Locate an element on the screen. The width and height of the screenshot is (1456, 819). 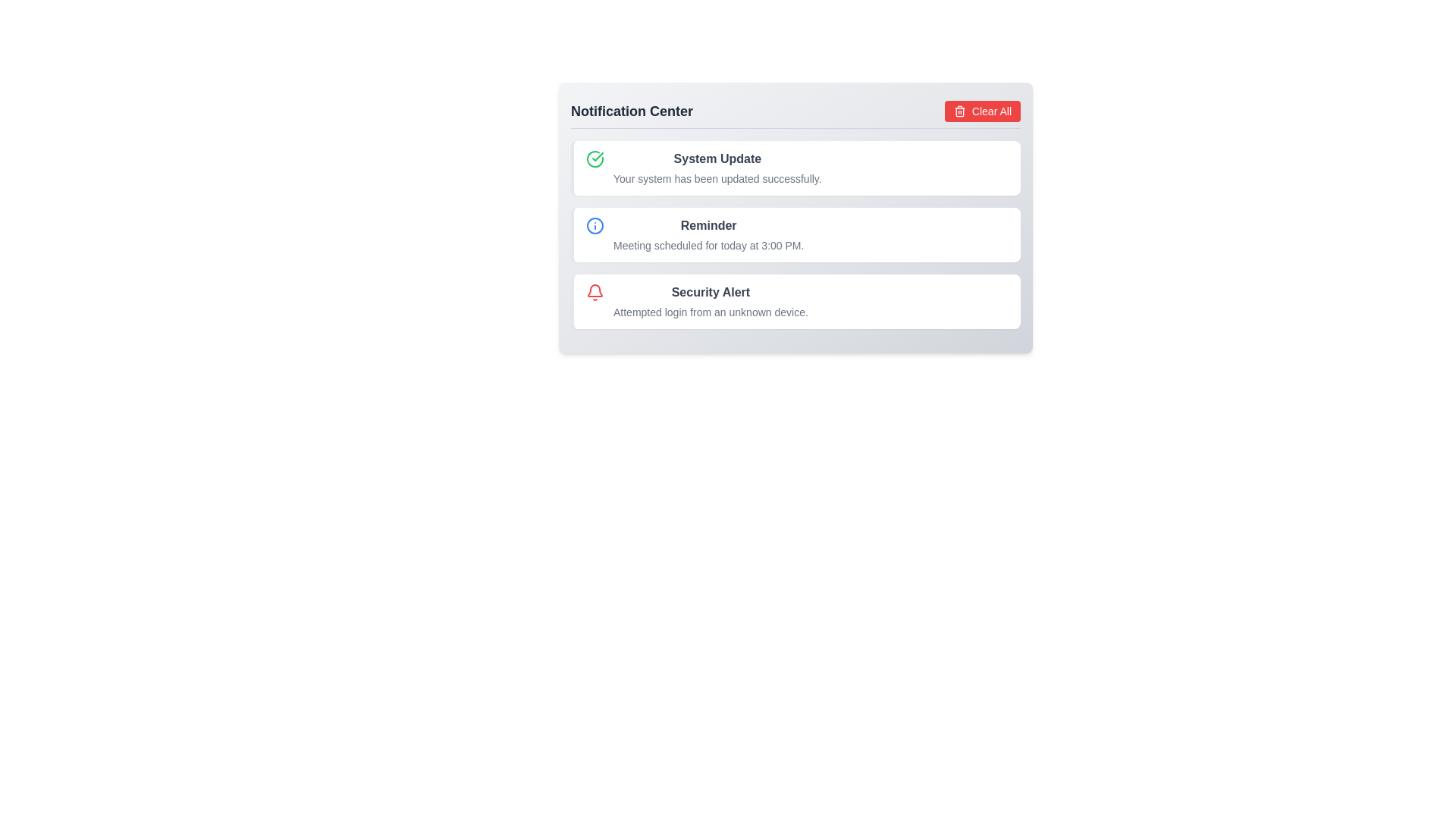
the green checkmark icon indicating success or confirmation within the 'System Update' notification card is located at coordinates (597, 157).